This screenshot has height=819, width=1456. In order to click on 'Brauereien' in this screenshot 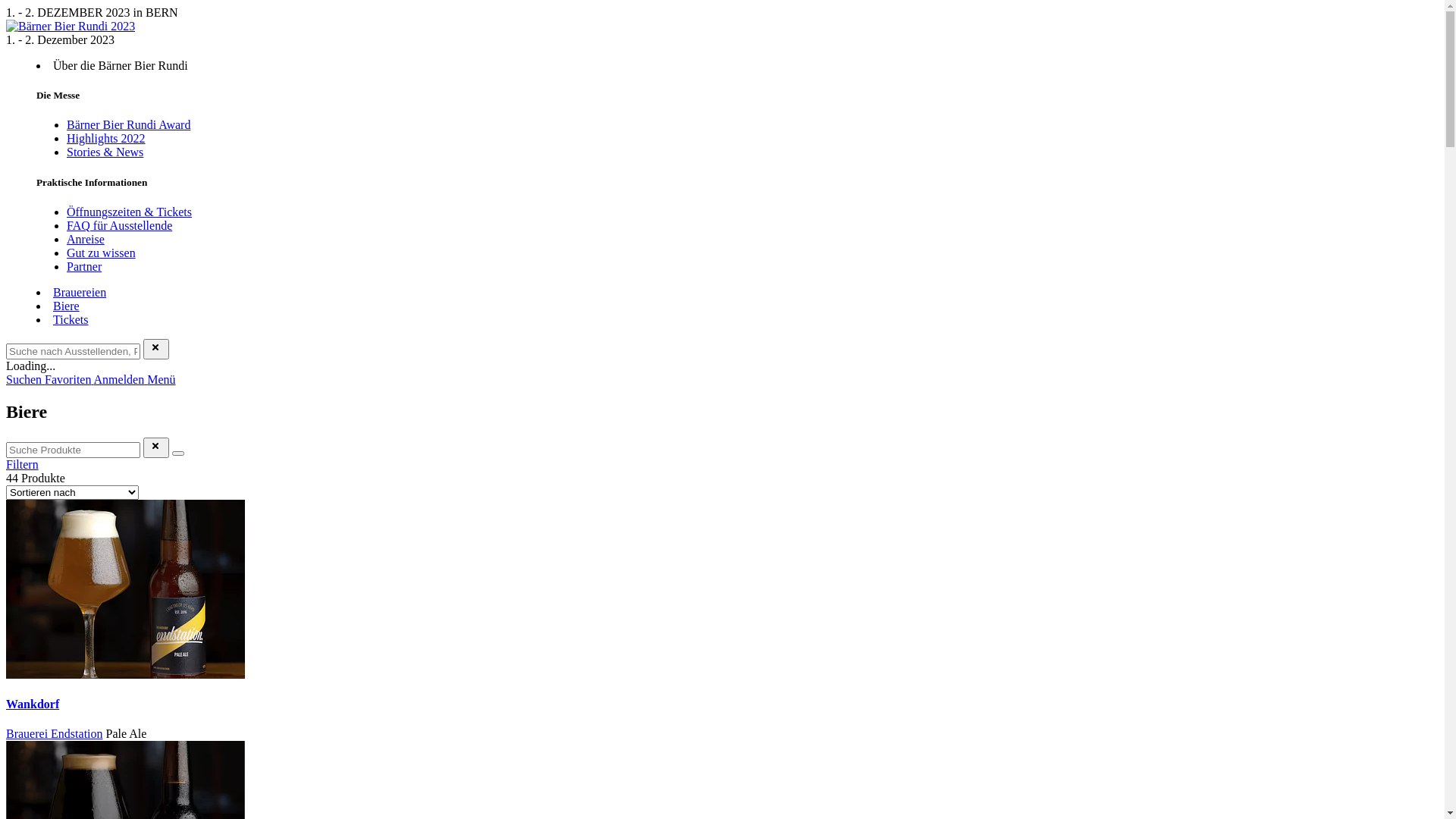, I will do `click(79, 292)`.